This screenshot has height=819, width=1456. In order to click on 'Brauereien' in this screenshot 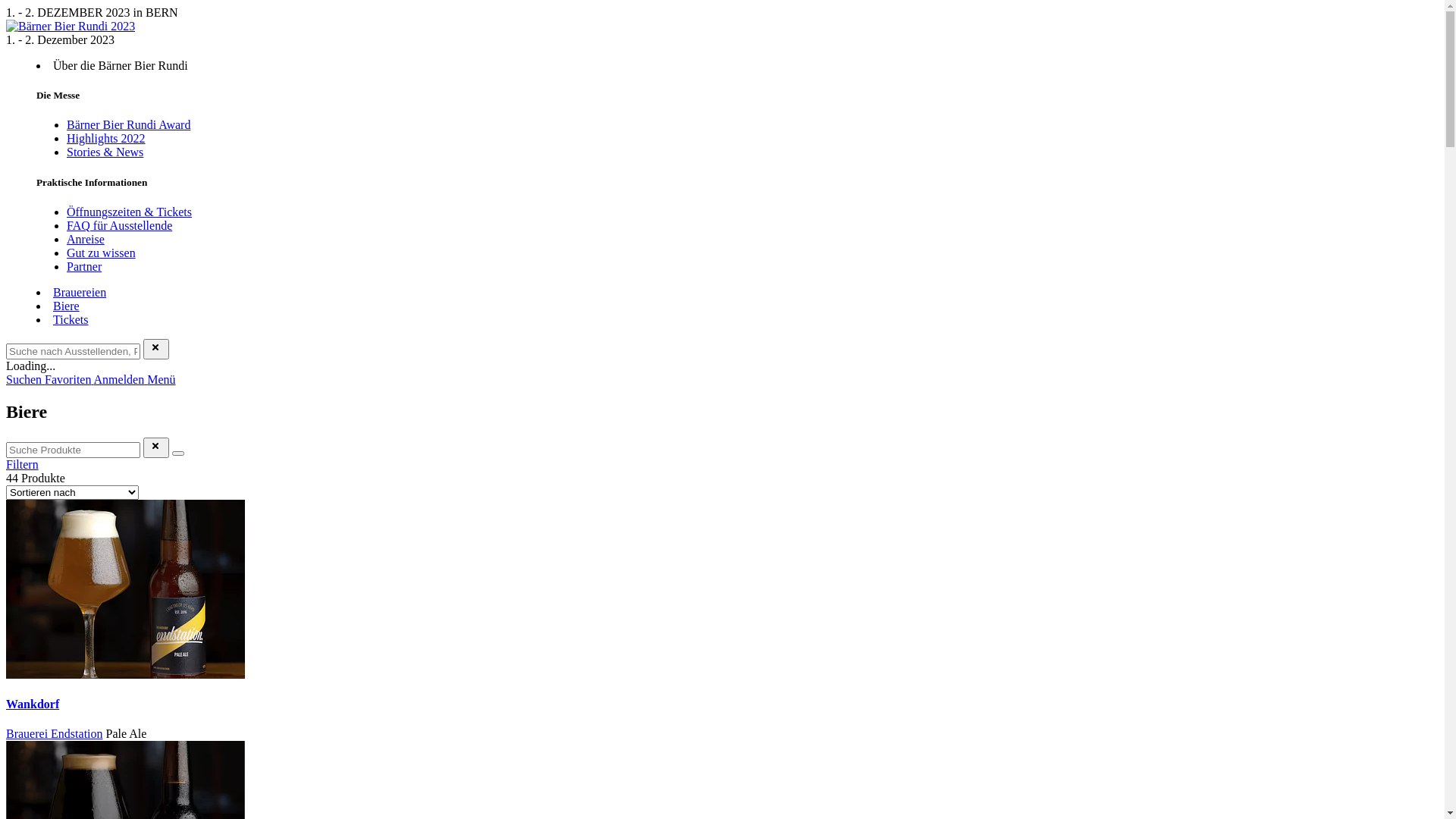, I will do `click(79, 292)`.